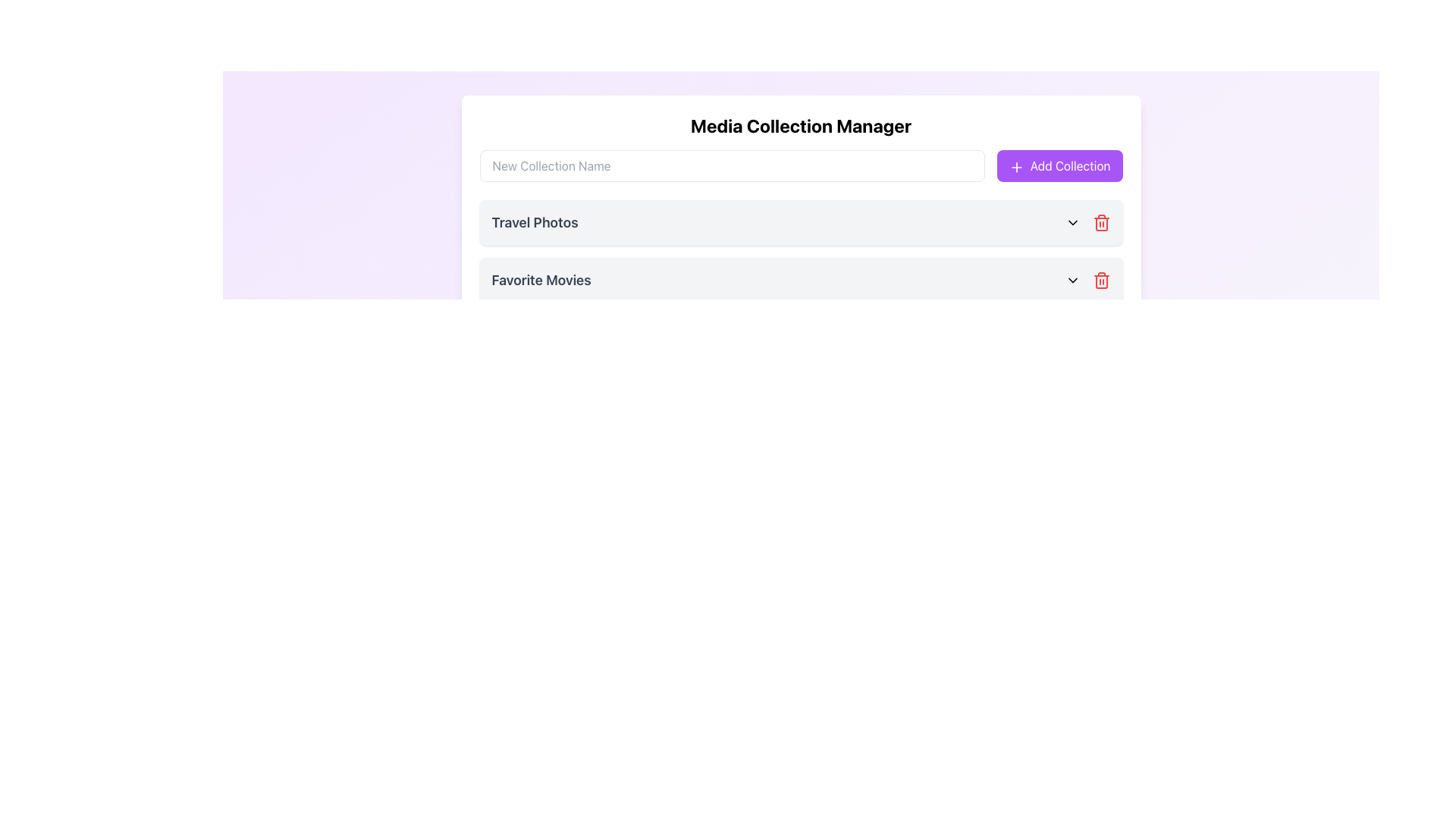 The width and height of the screenshot is (1456, 819). Describe the element at coordinates (535, 222) in the screenshot. I see `the static text label displaying 'Travel Photos', which is styled with a large bold font in gray color and located in the upper section of the interface` at that location.